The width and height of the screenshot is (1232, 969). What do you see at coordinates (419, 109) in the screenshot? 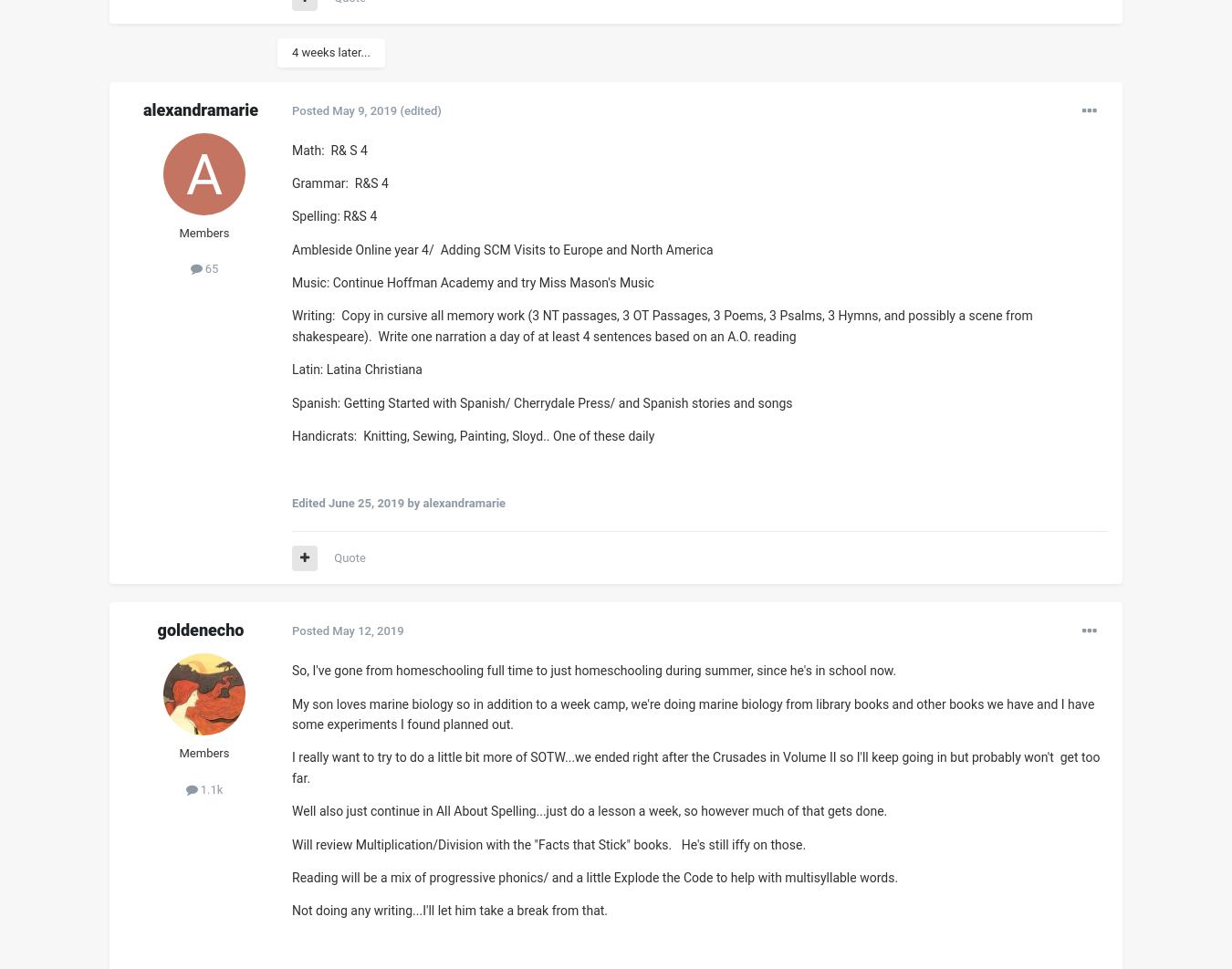
I see `'(edited)'` at bounding box center [419, 109].